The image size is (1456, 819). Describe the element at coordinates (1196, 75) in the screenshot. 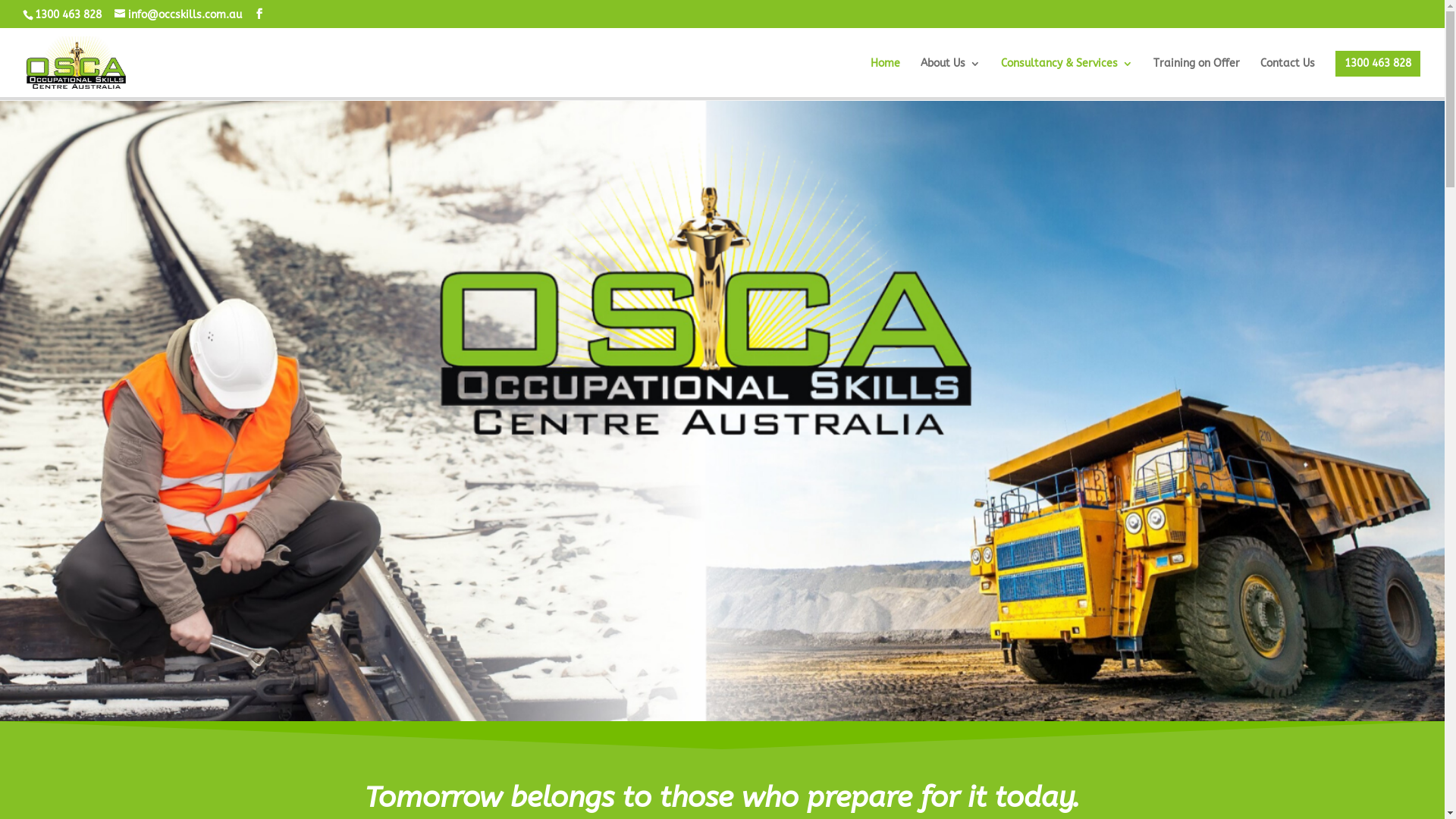

I see `'Training on Offer'` at that location.